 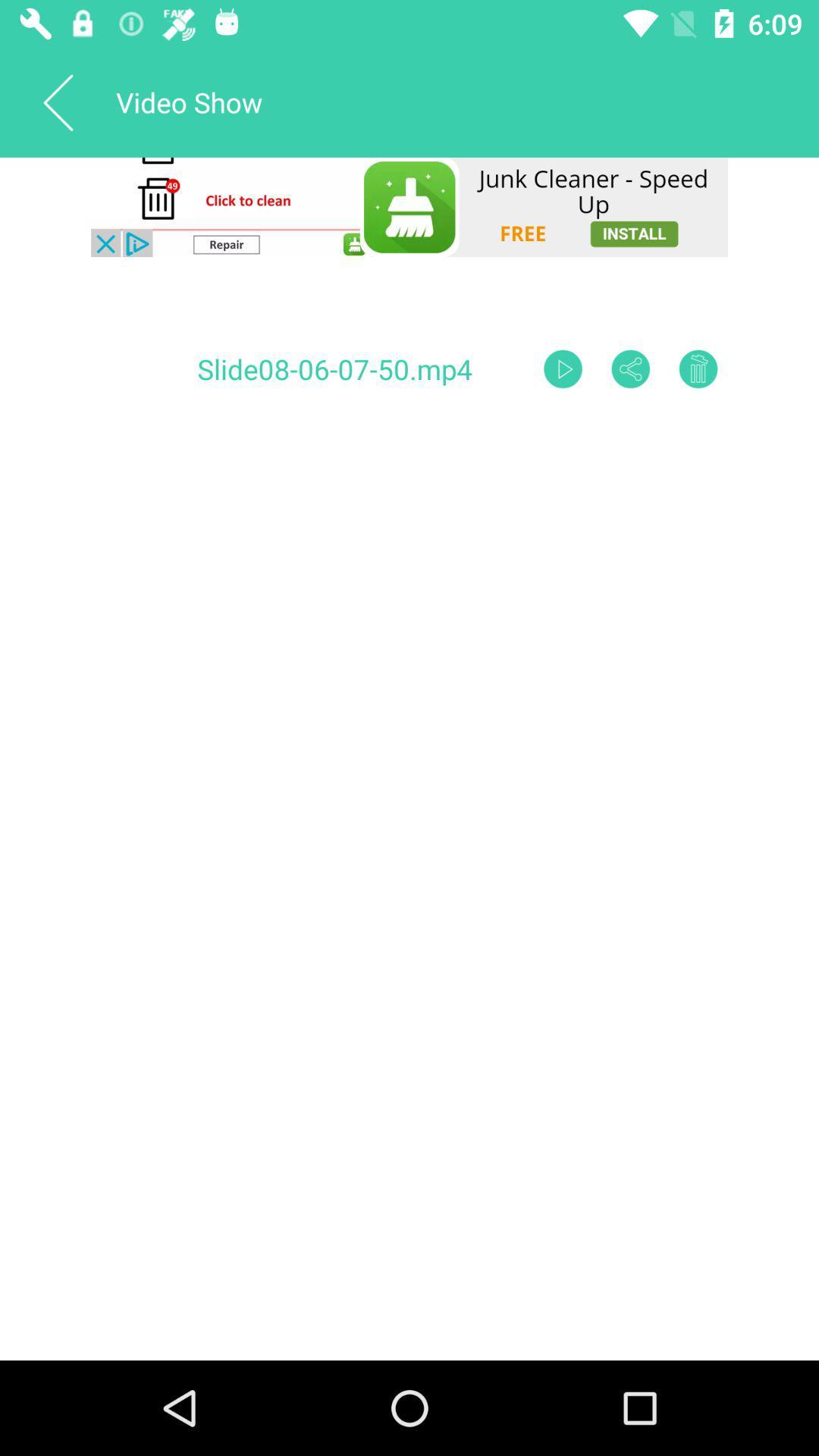 I want to click on back arrow option, so click(x=57, y=101).